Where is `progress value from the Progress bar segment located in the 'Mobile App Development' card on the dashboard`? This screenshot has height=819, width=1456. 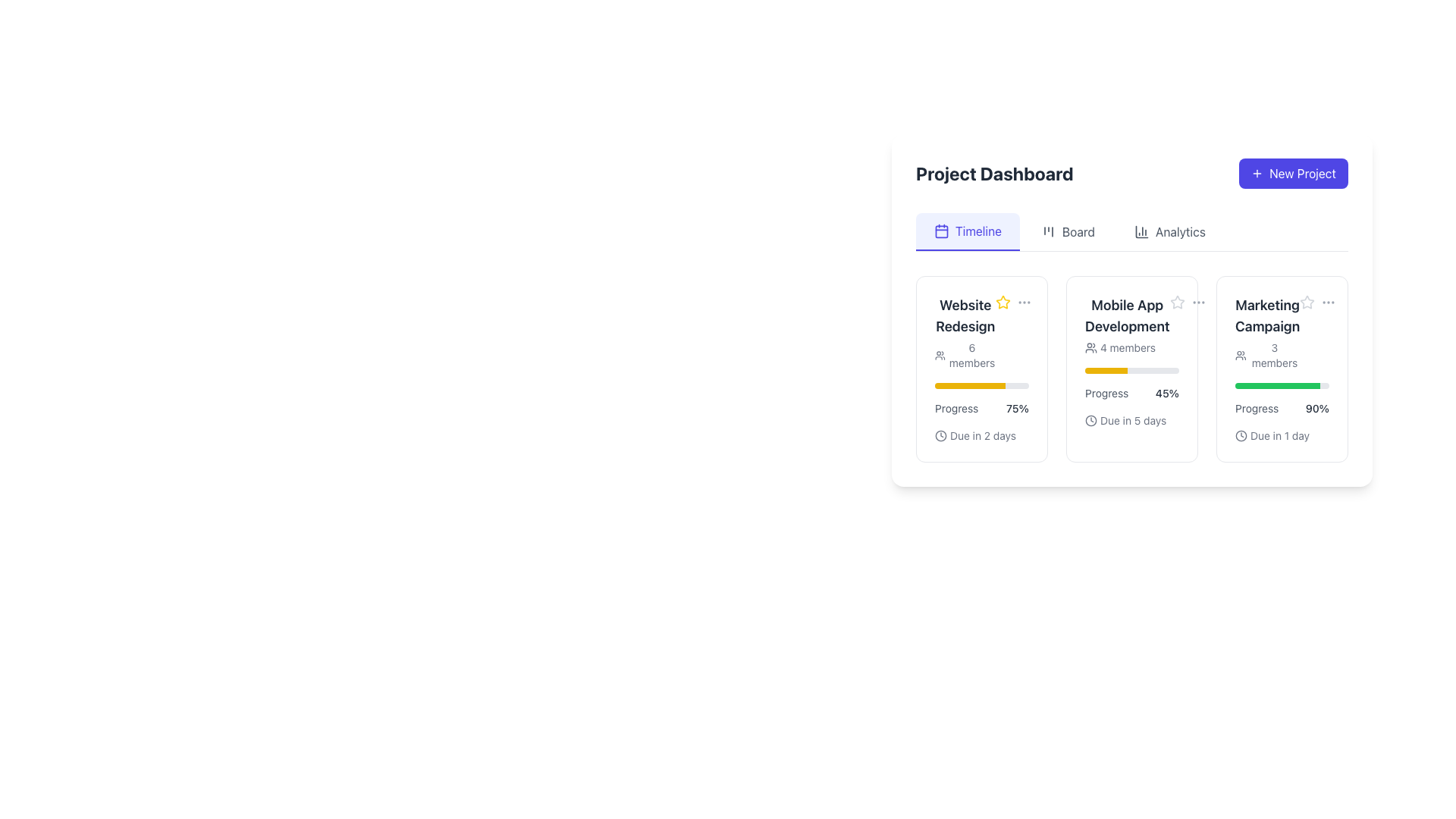 progress value from the Progress bar segment located in the 'Mobile App Development' card on the dashboard is located at coordinates (1106, 371).